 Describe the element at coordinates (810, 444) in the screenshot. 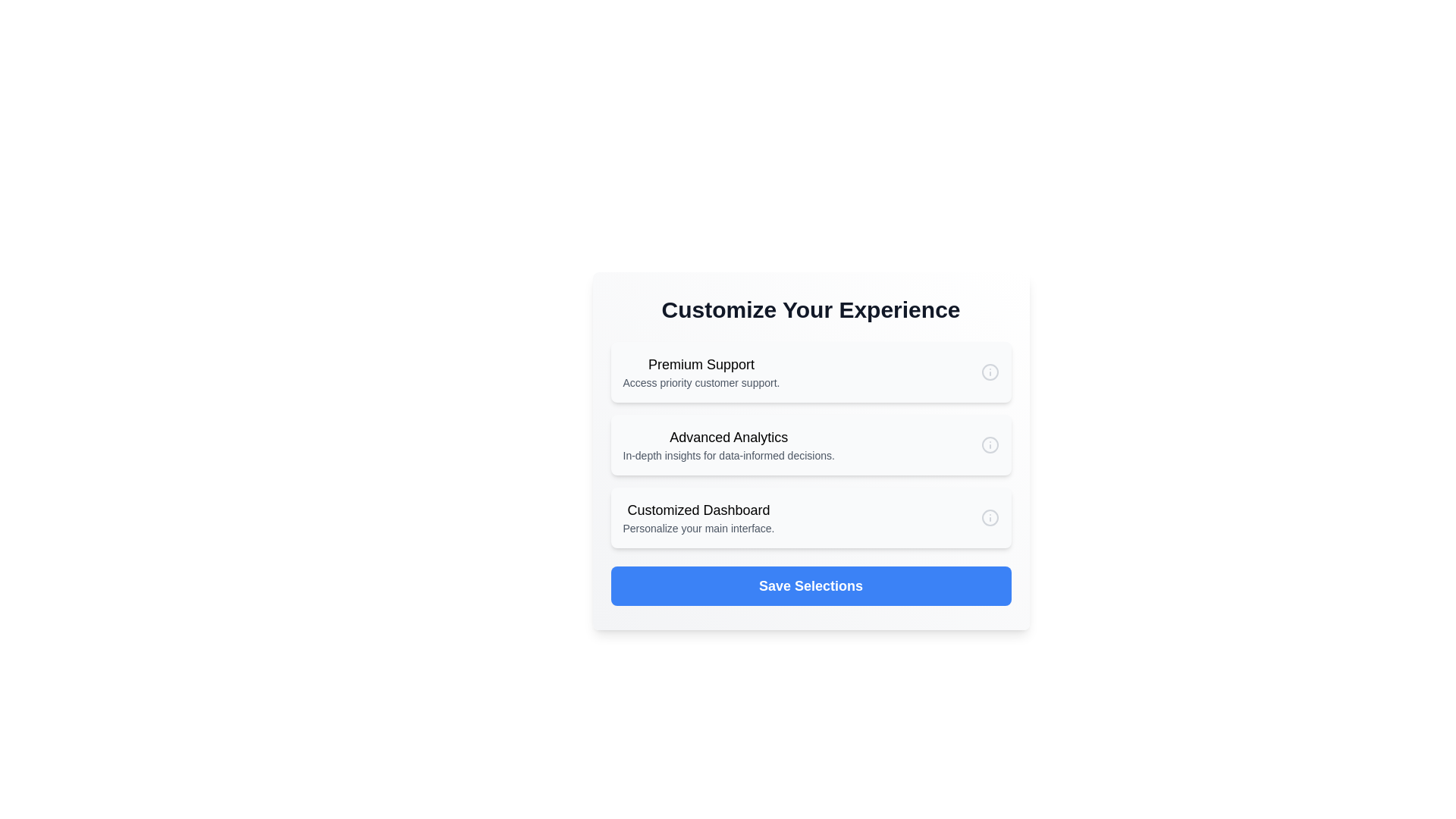

I see `the feature Advanced Analytics` at that location.